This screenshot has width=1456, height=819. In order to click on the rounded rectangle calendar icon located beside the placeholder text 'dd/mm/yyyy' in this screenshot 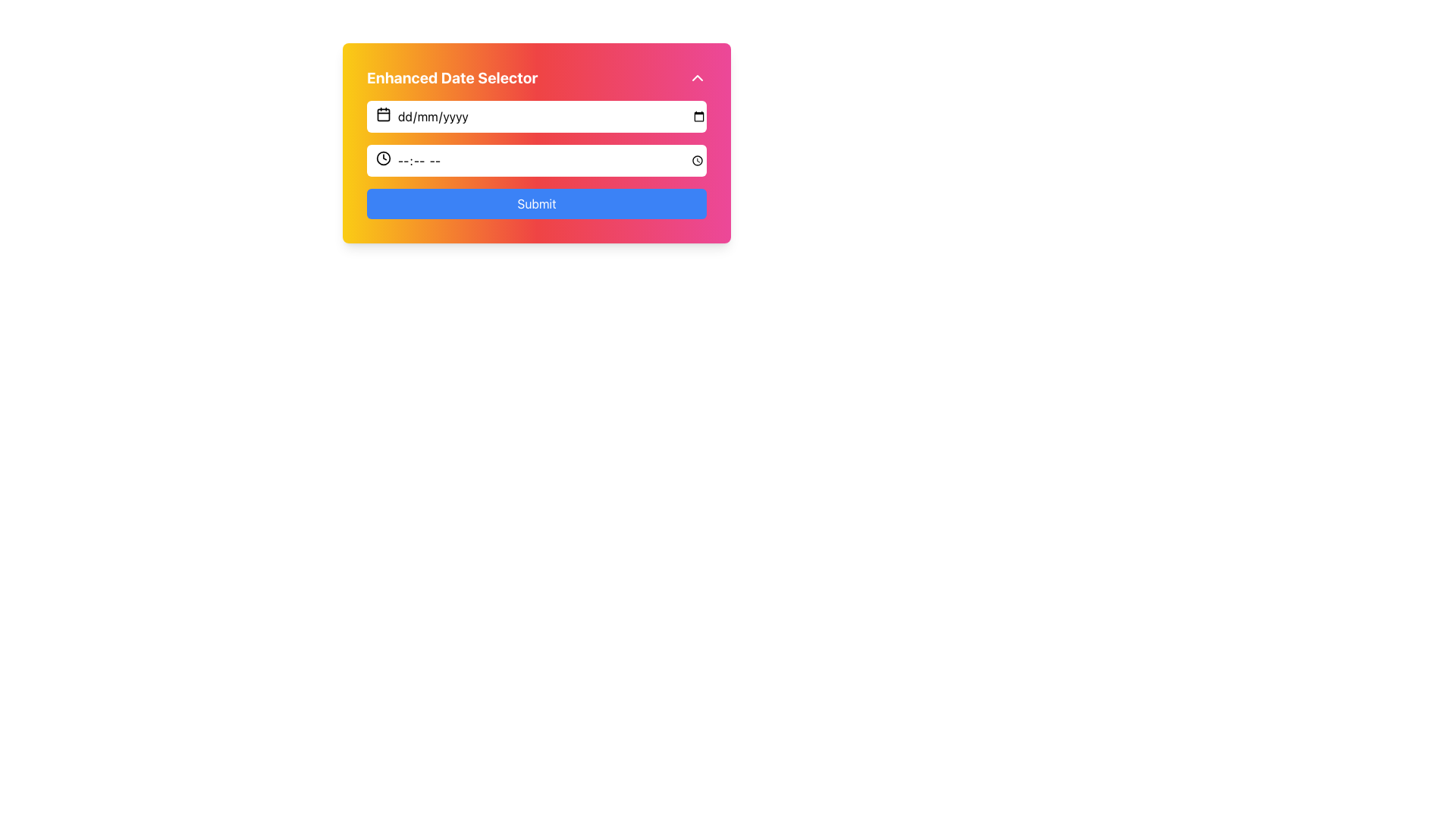, I will do `click(383, 113)`.